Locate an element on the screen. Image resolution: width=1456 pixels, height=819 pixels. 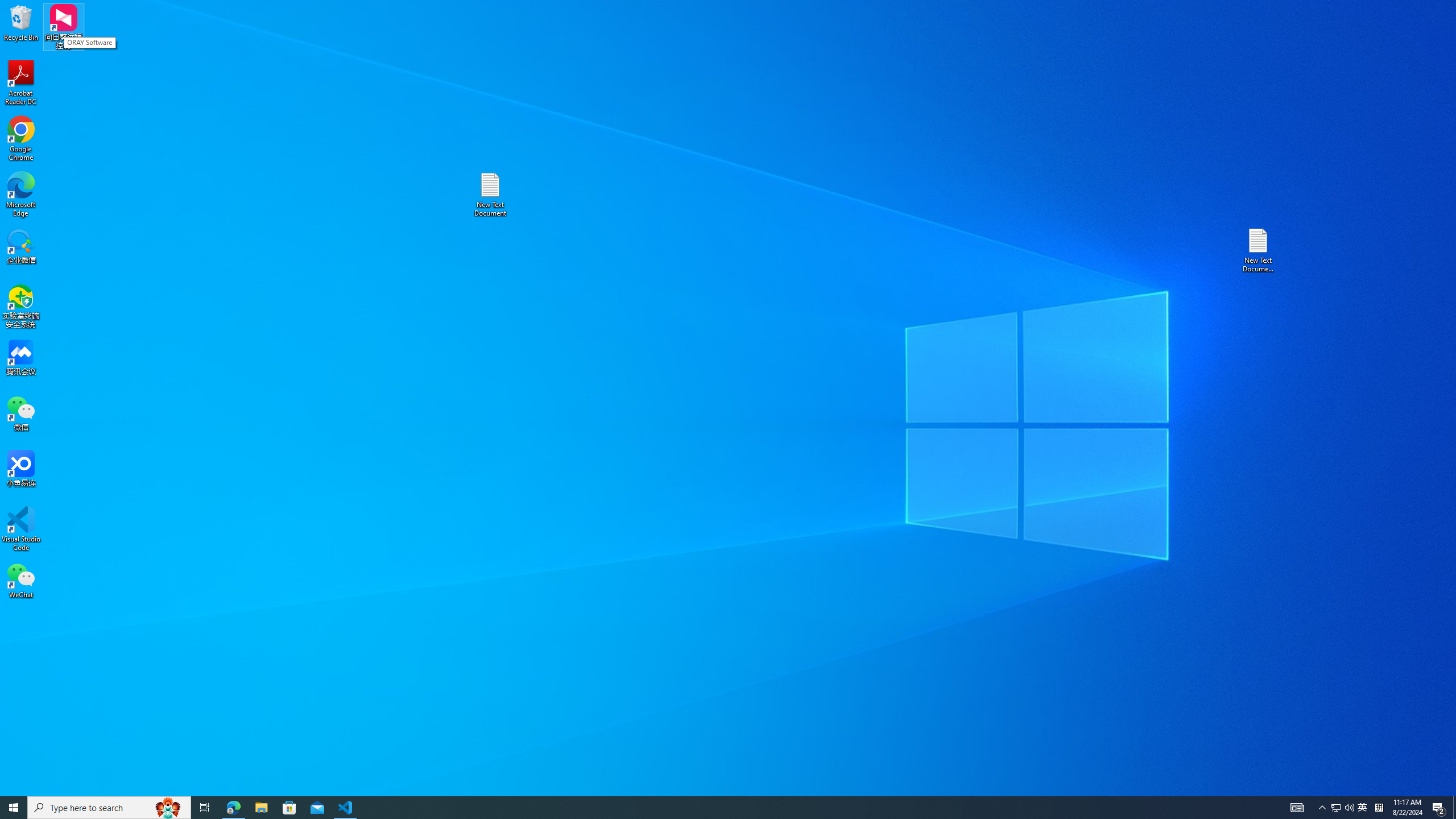
'Start' is located at coordinates (14, 806).